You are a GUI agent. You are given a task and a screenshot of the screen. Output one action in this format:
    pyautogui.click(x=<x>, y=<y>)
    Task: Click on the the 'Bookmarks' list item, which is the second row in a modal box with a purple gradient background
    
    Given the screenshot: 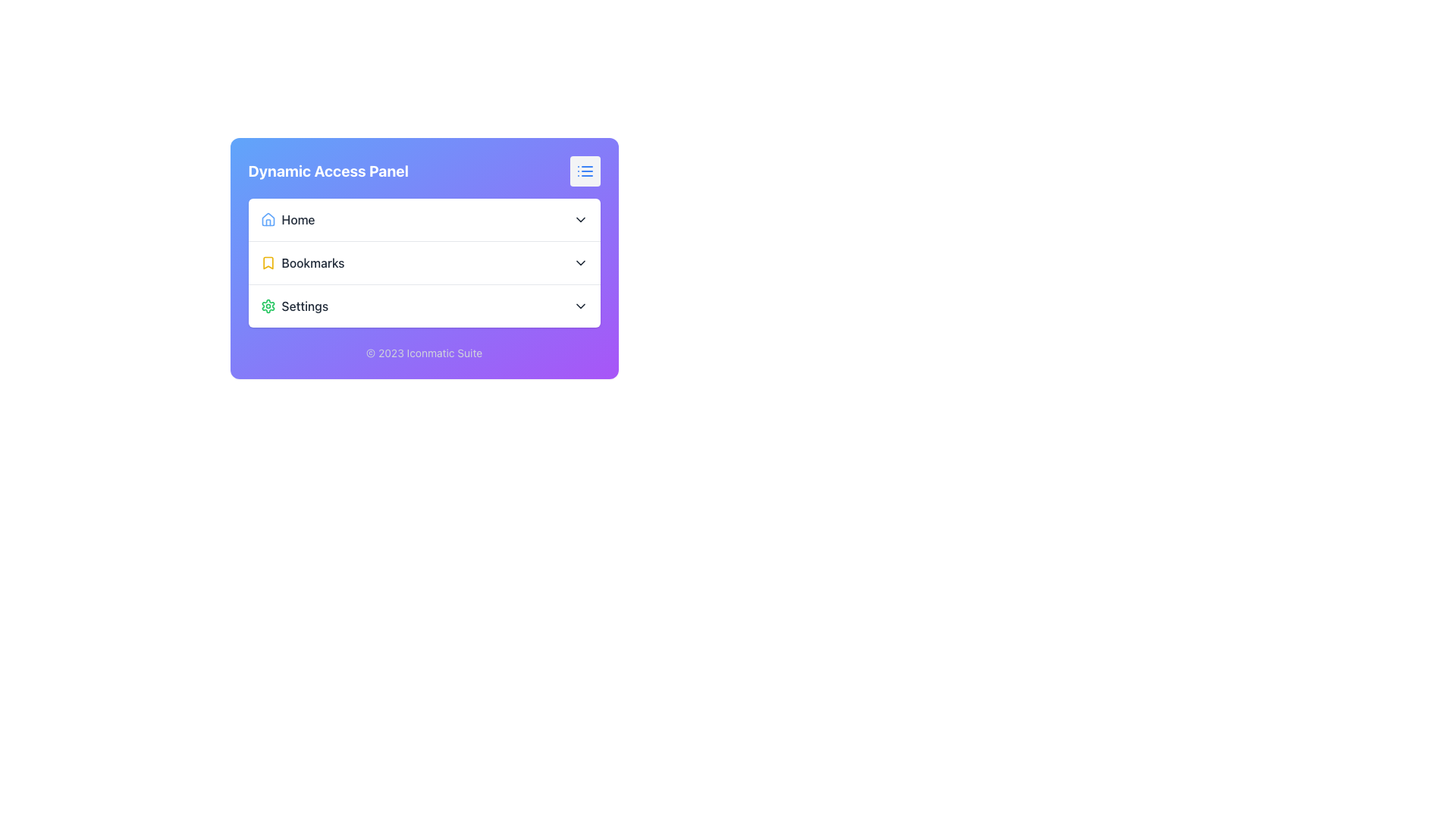 What is the action you would take?
    pyautogui.click(x=424, y=262)
    